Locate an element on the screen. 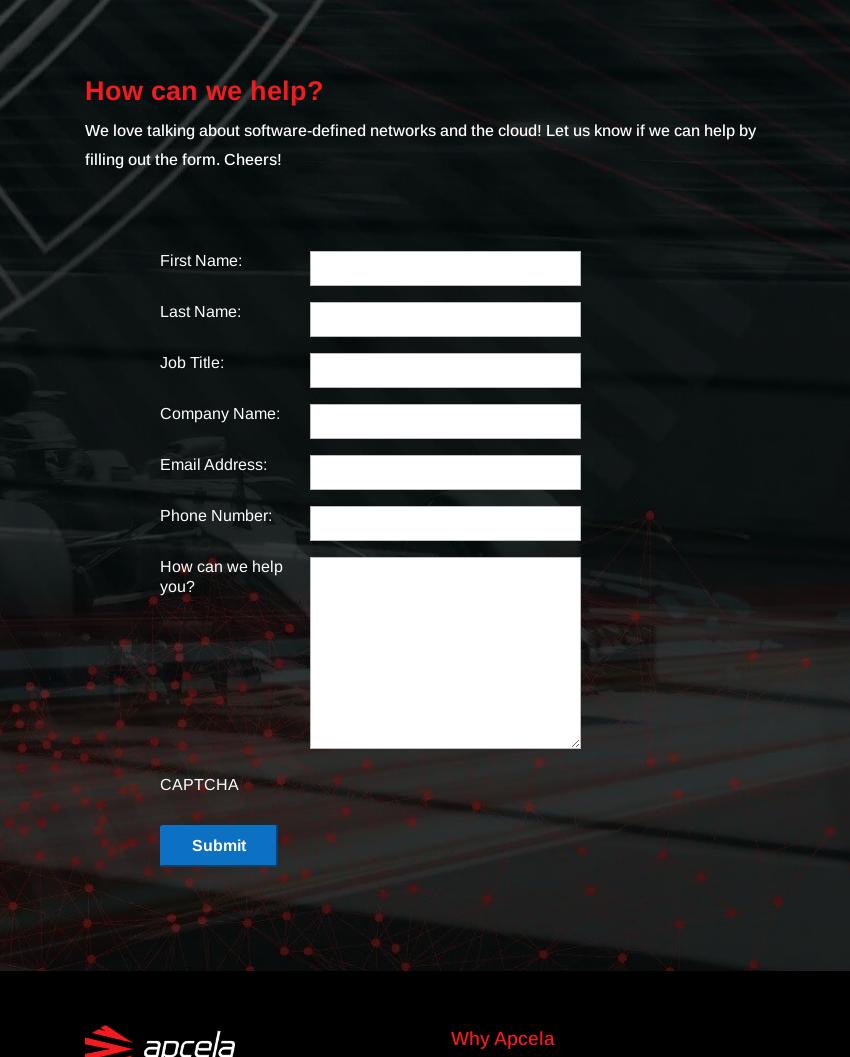 The image size is (850, 1057). 'Last Name:' is located at coordinates (199, 311).